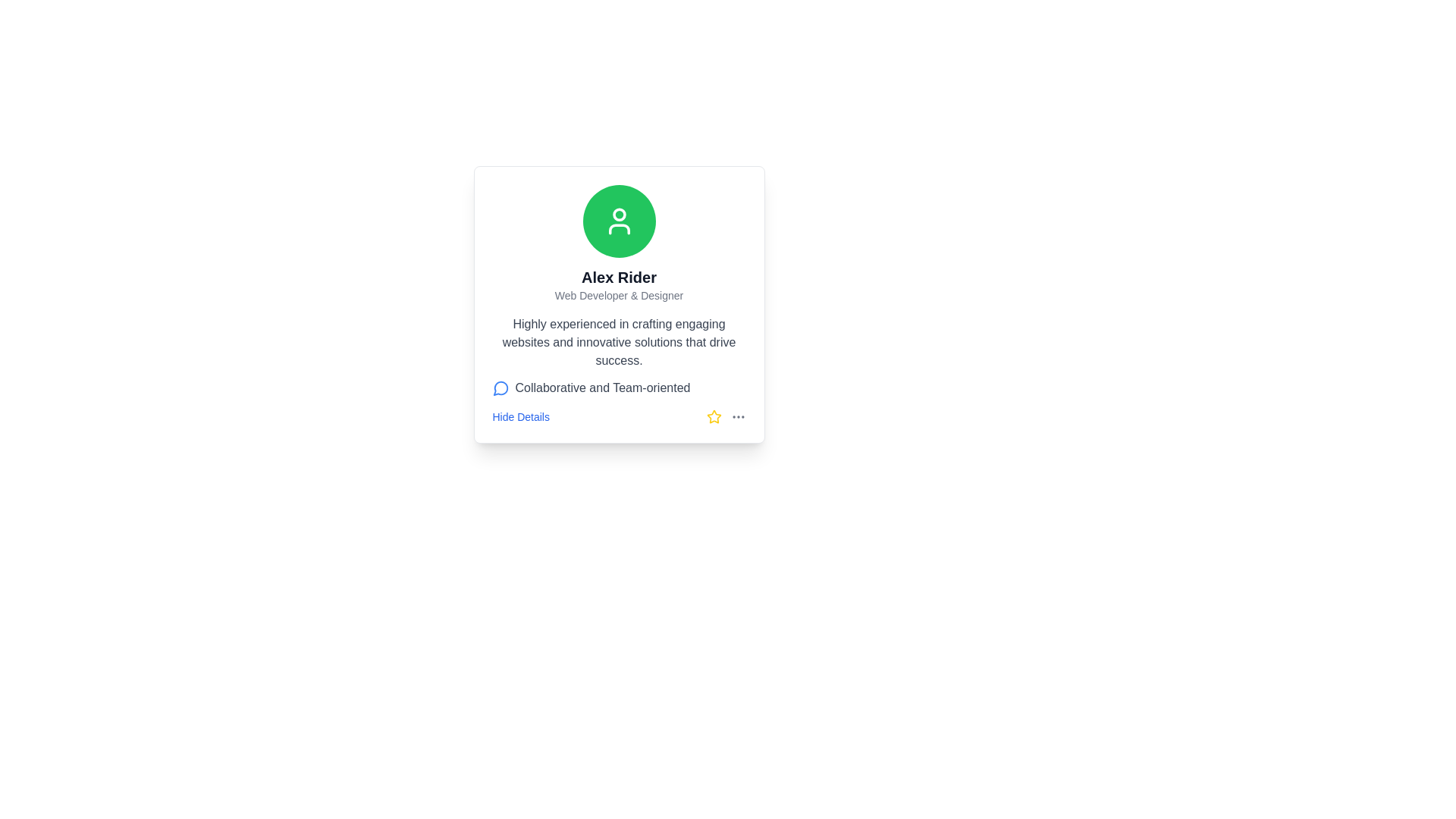 The image size is (1456, 819). Describe the element at coordinates (619, 221) in the screenshot. I see `the user profile icon, which is a white icon on a bright green circular background located at the top-center of the profile information card` at that location.